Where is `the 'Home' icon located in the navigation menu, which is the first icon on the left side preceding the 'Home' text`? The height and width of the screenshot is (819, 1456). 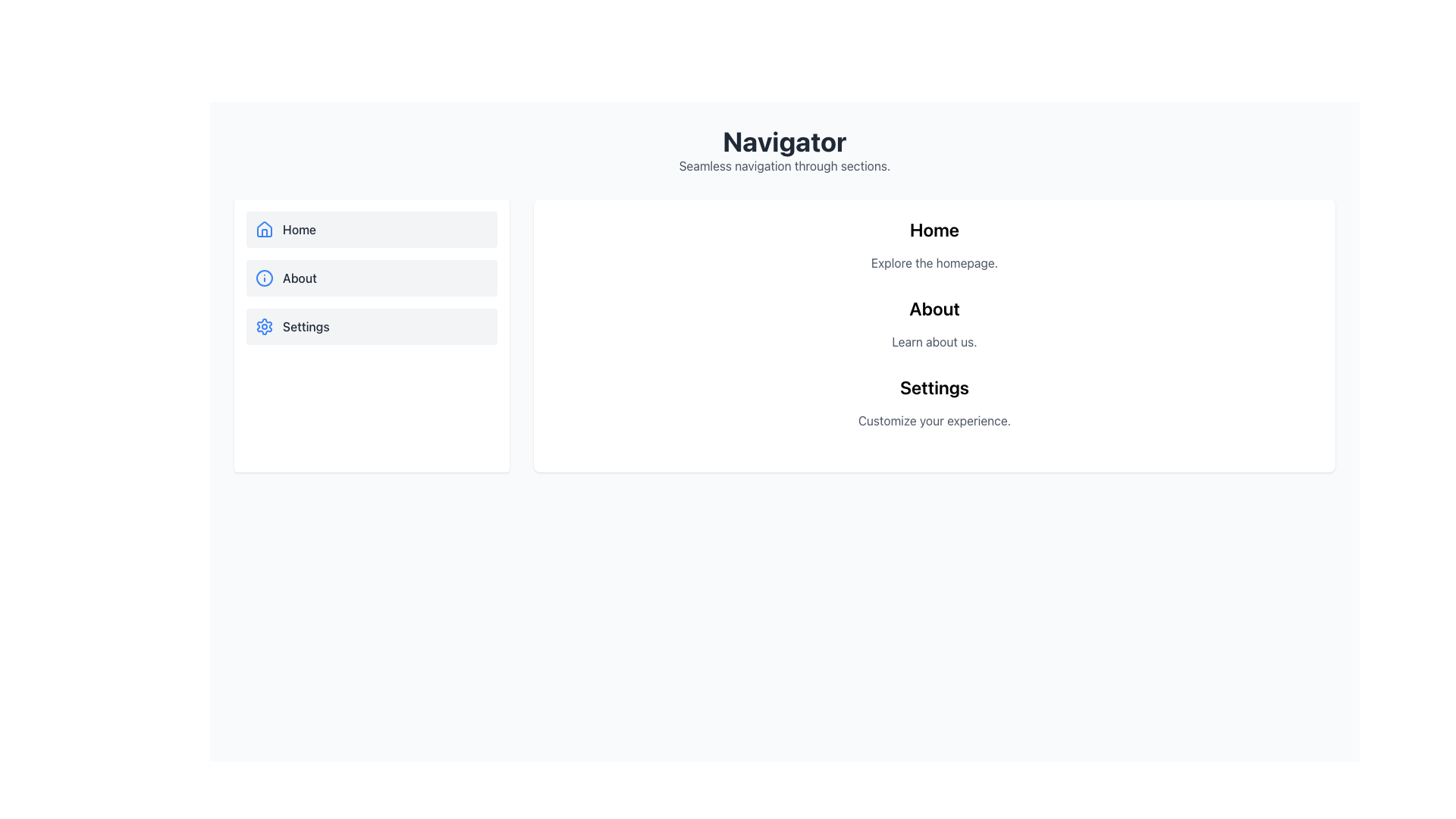 the 'Home' icon located in the navigation menu, which is the first icon on the left side preceding the 'Home' text is located at coordinates (265, 228).